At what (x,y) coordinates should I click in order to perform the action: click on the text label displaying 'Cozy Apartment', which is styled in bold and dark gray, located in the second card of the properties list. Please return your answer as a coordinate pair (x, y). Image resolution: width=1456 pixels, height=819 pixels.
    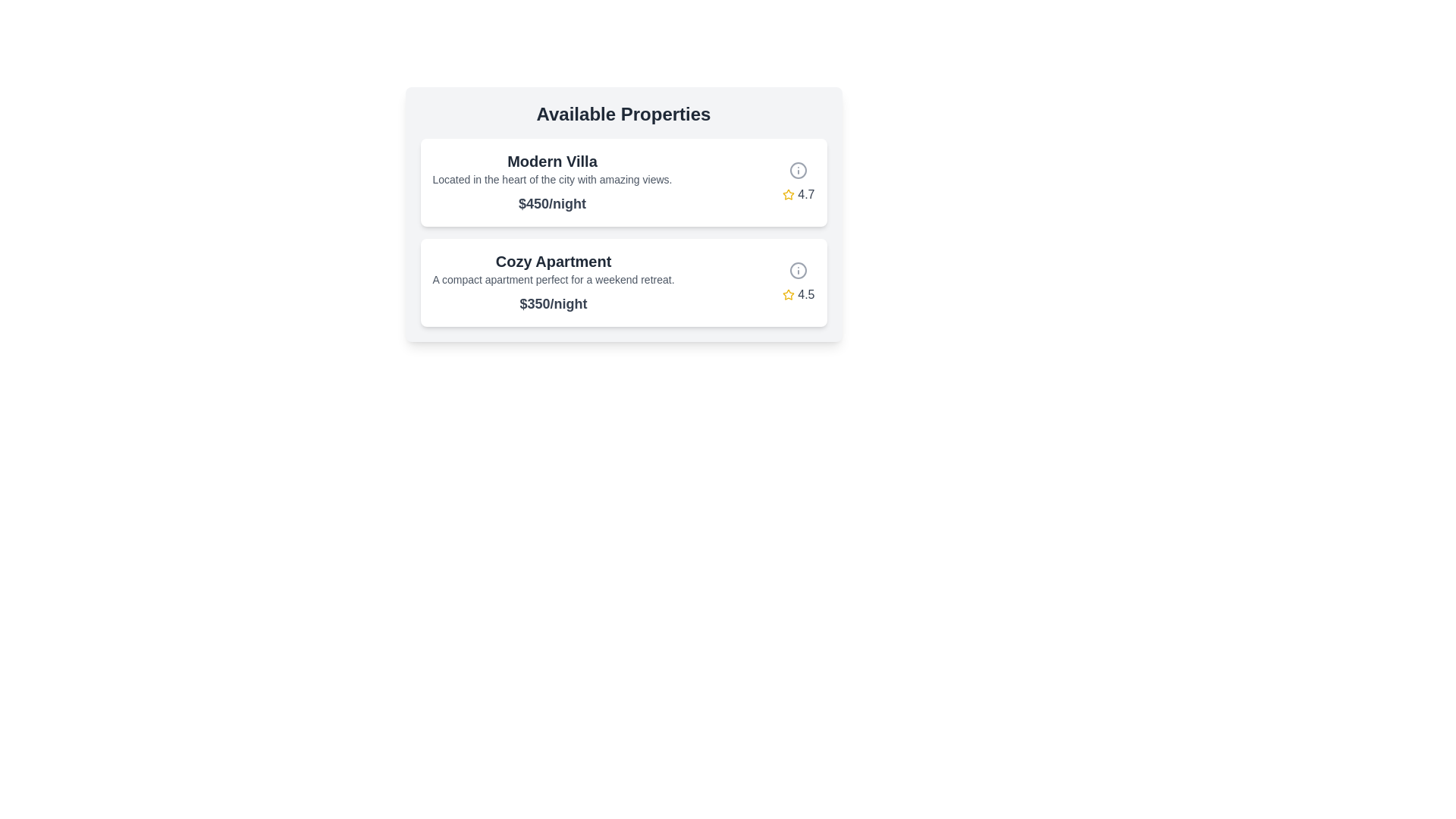
    Looking at the image, I should click on (552, 260).